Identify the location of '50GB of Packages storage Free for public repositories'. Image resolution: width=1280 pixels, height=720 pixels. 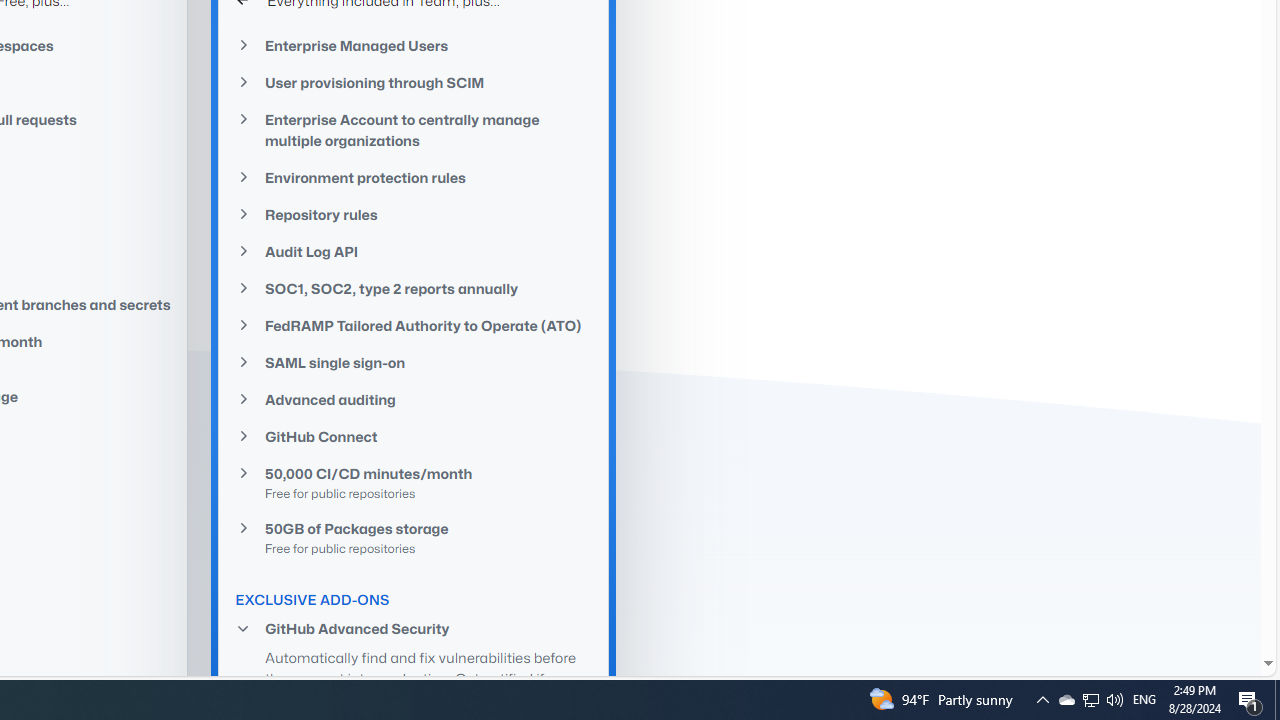
(413, 536).